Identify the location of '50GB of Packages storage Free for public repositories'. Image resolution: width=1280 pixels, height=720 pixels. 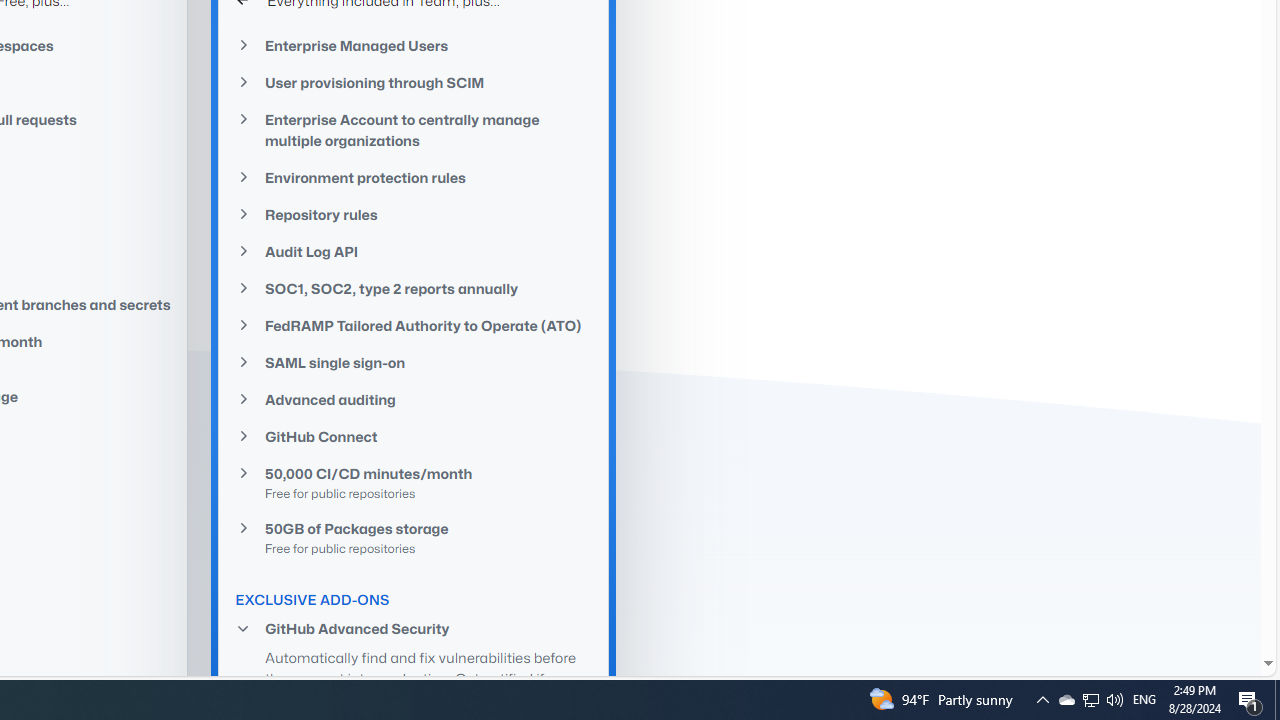
(413, 536).